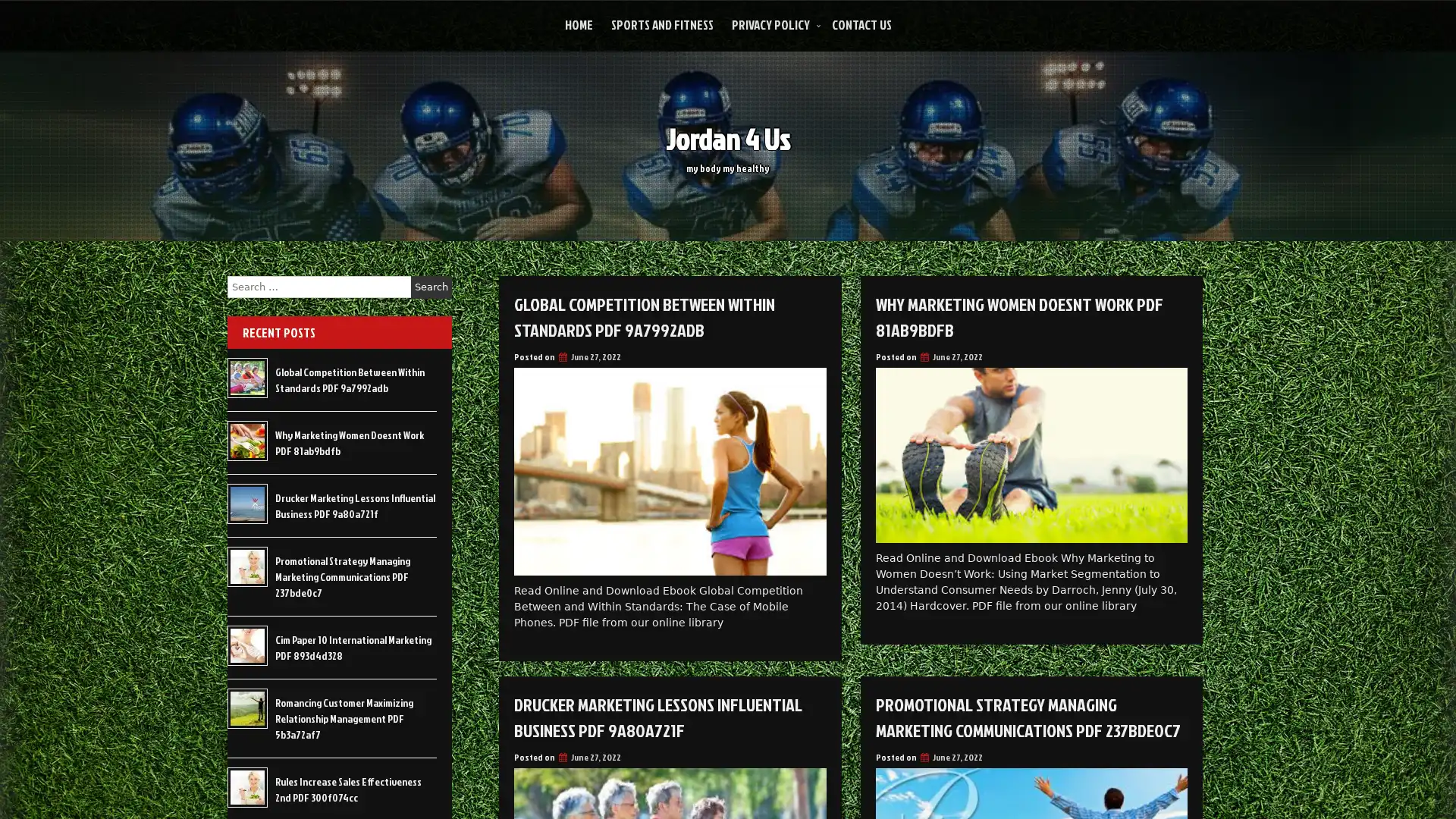 The image size is (1456, 819). I want to click on Search, so click(431, 287).